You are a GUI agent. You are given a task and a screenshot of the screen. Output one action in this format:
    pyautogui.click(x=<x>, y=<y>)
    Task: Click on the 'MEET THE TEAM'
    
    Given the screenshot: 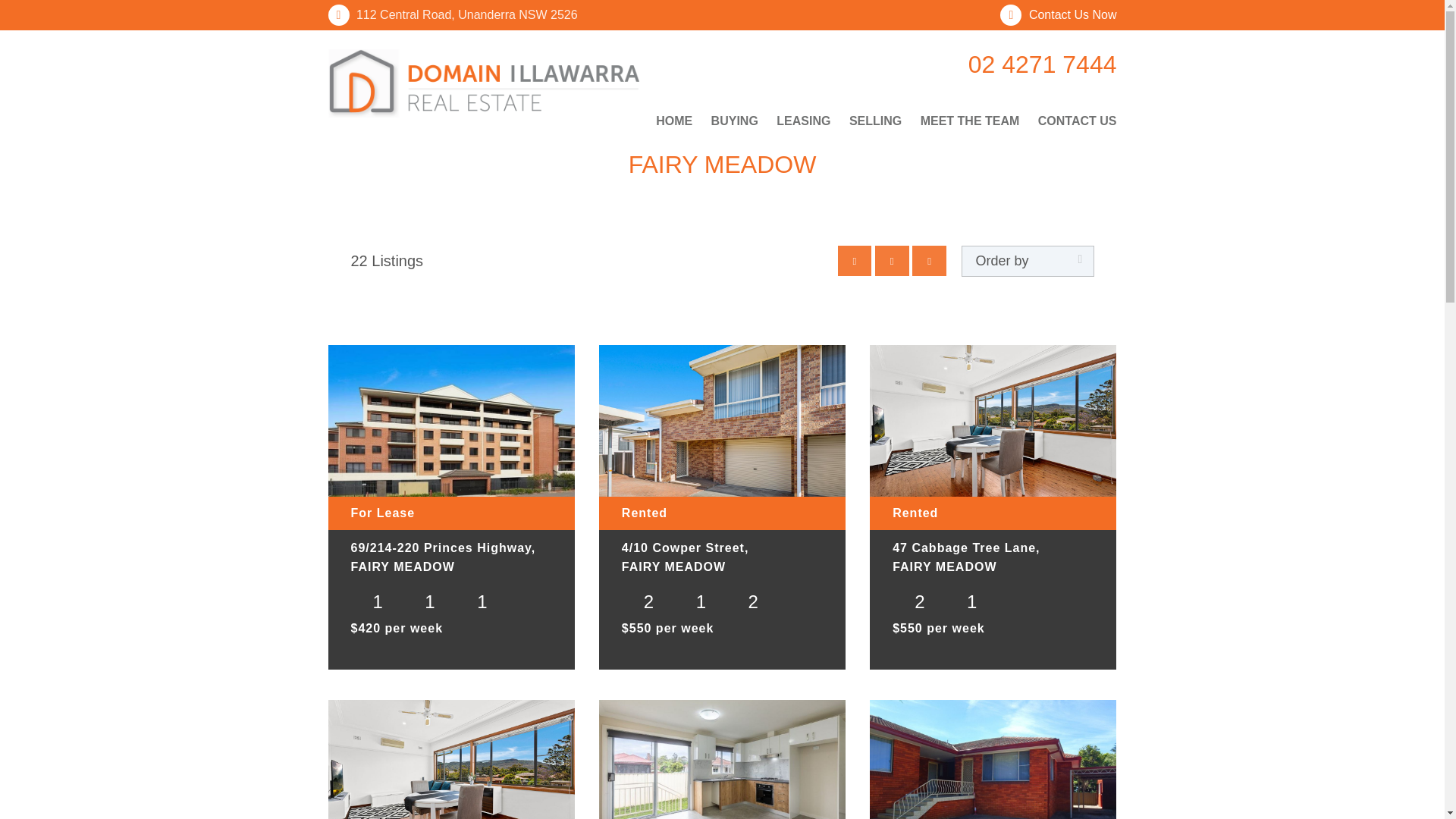 What is the action you would take?
    pyautogui.click(x=969, y=120)
    